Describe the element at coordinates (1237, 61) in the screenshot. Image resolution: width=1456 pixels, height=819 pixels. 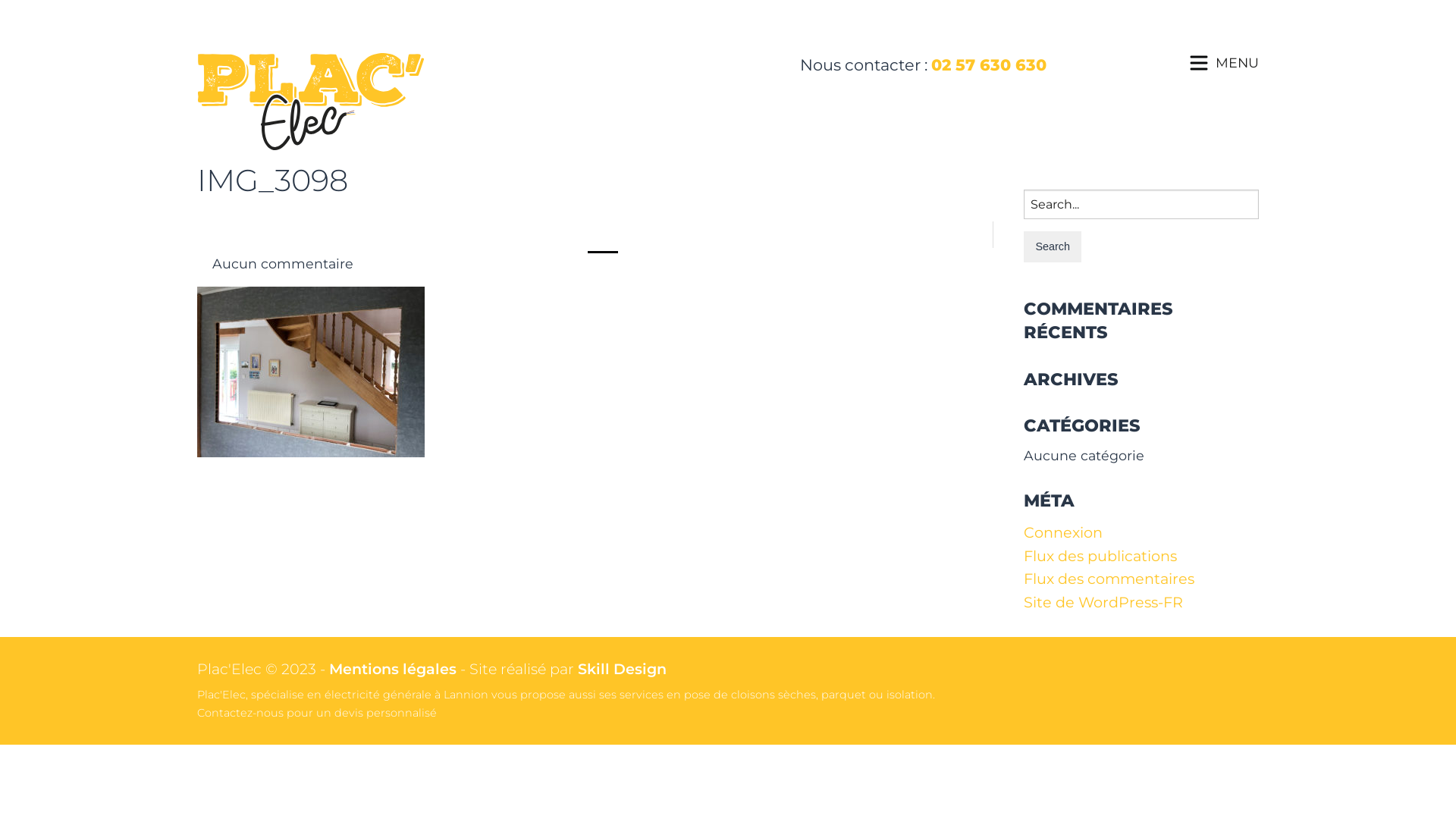
I see `'MENU'` at that location.